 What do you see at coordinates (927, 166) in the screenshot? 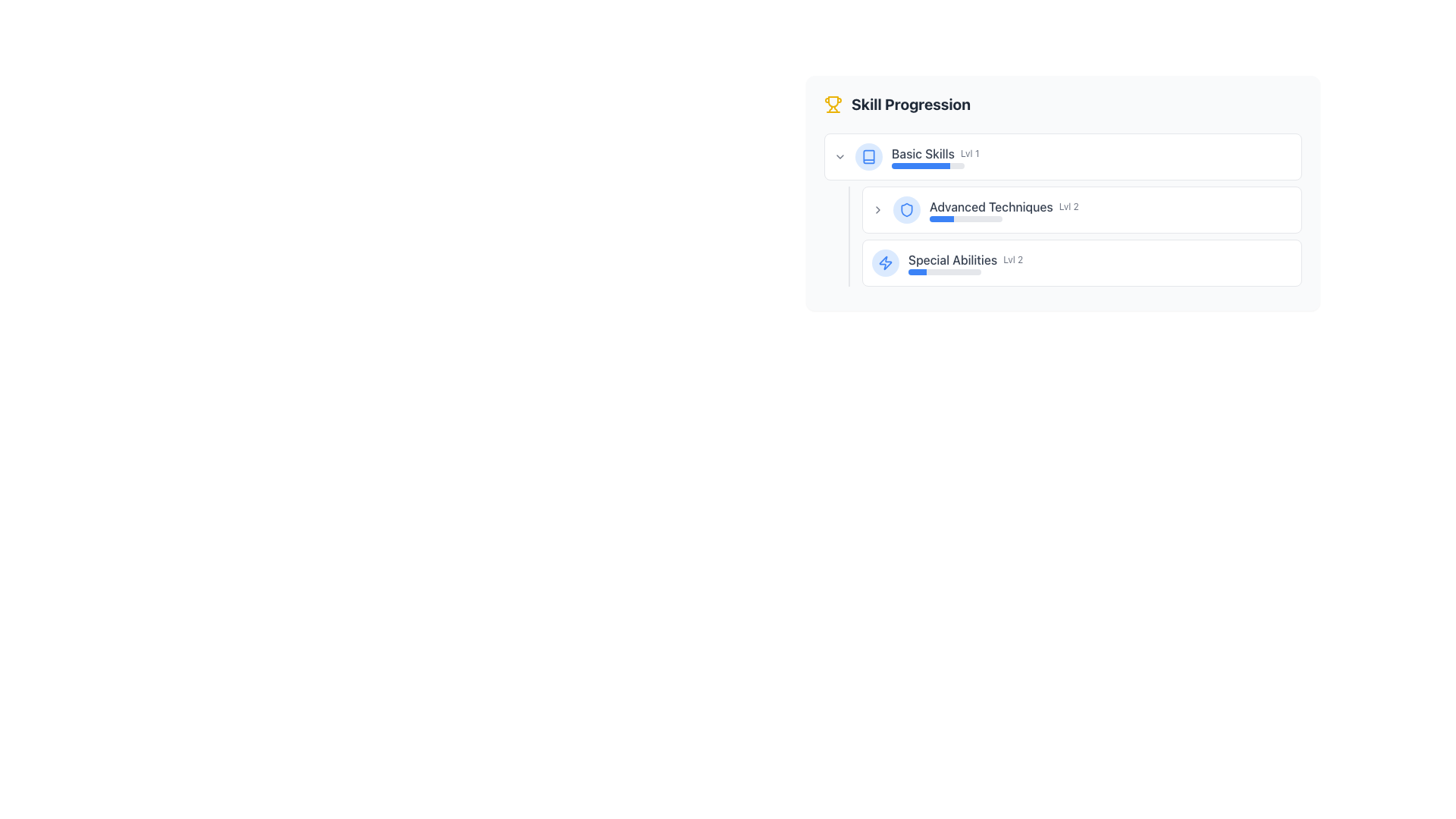
I see `the progress bar located below the text 'Basic Skills Lvl 1' in the 'Skill Progression' panel, which has a gray background and a blue fill indicating 80% progress` at bounding box center [927, 166].